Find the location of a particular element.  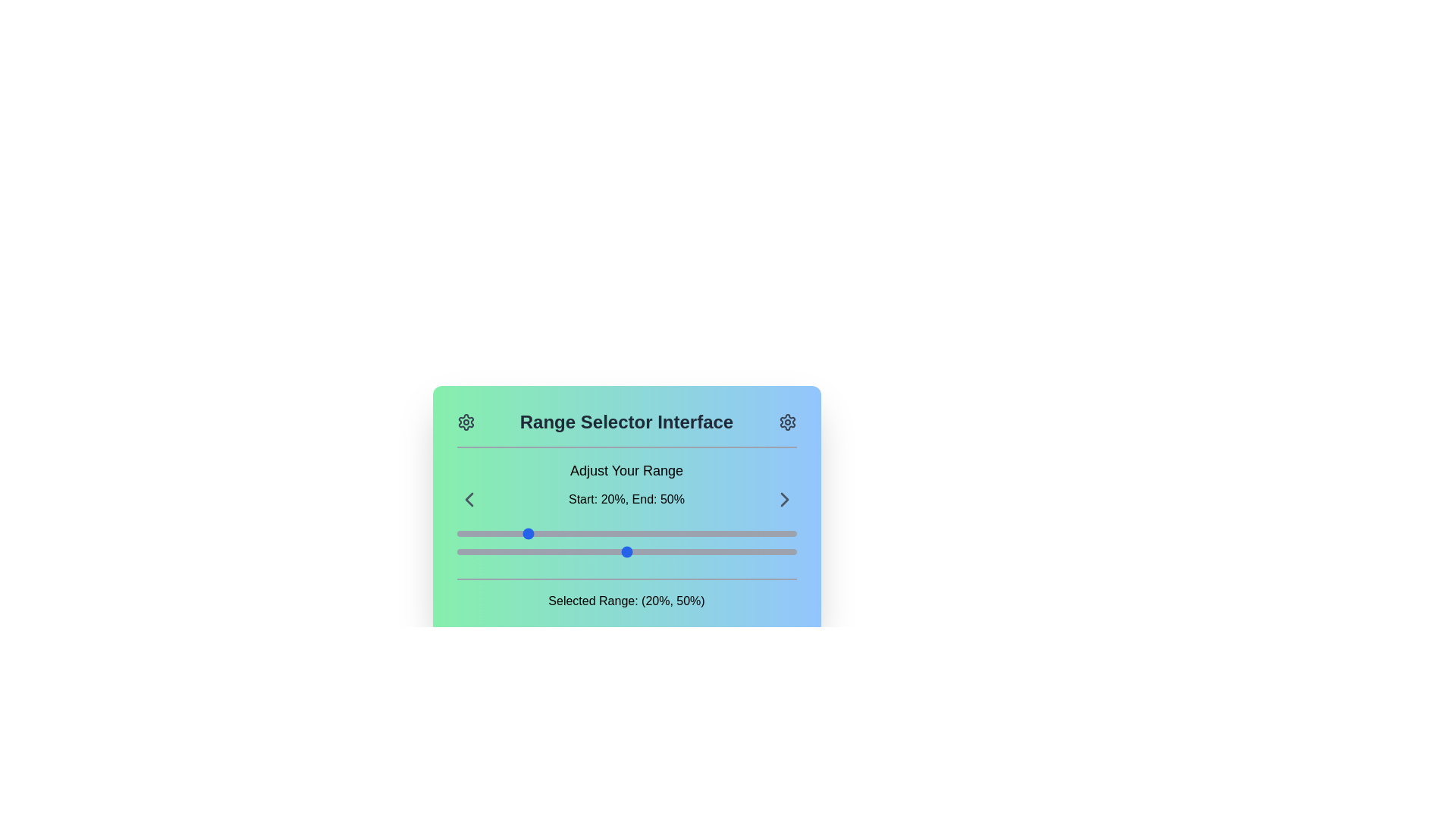

the slider value is located at coordinates (786, 552).